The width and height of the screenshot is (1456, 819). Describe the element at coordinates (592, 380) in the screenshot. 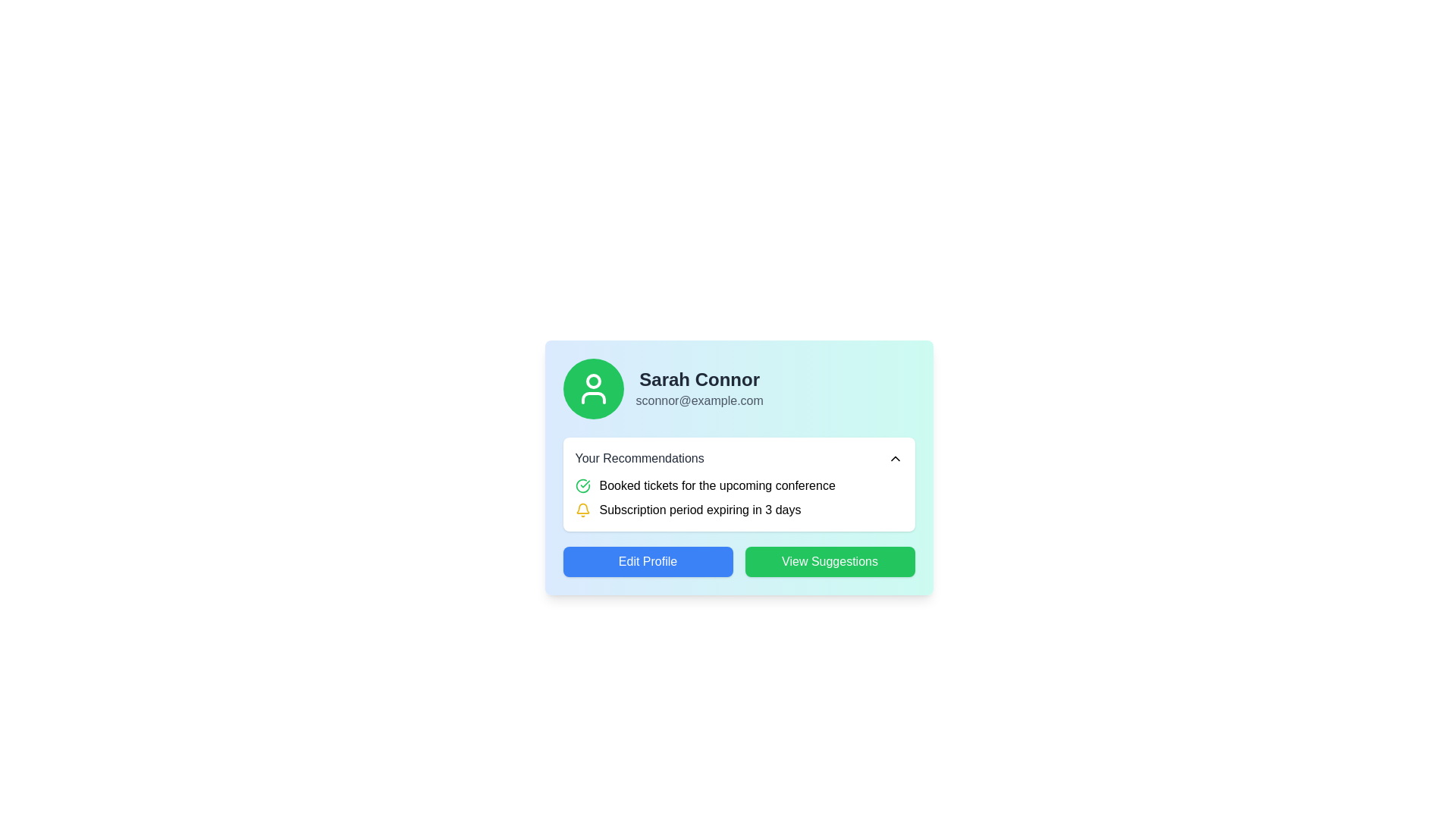

I see `the small green circular decorative SVG element with a white outline that is centrally positioned within the user profile icon associated with the user named 'Sarah Connor'` at that location.